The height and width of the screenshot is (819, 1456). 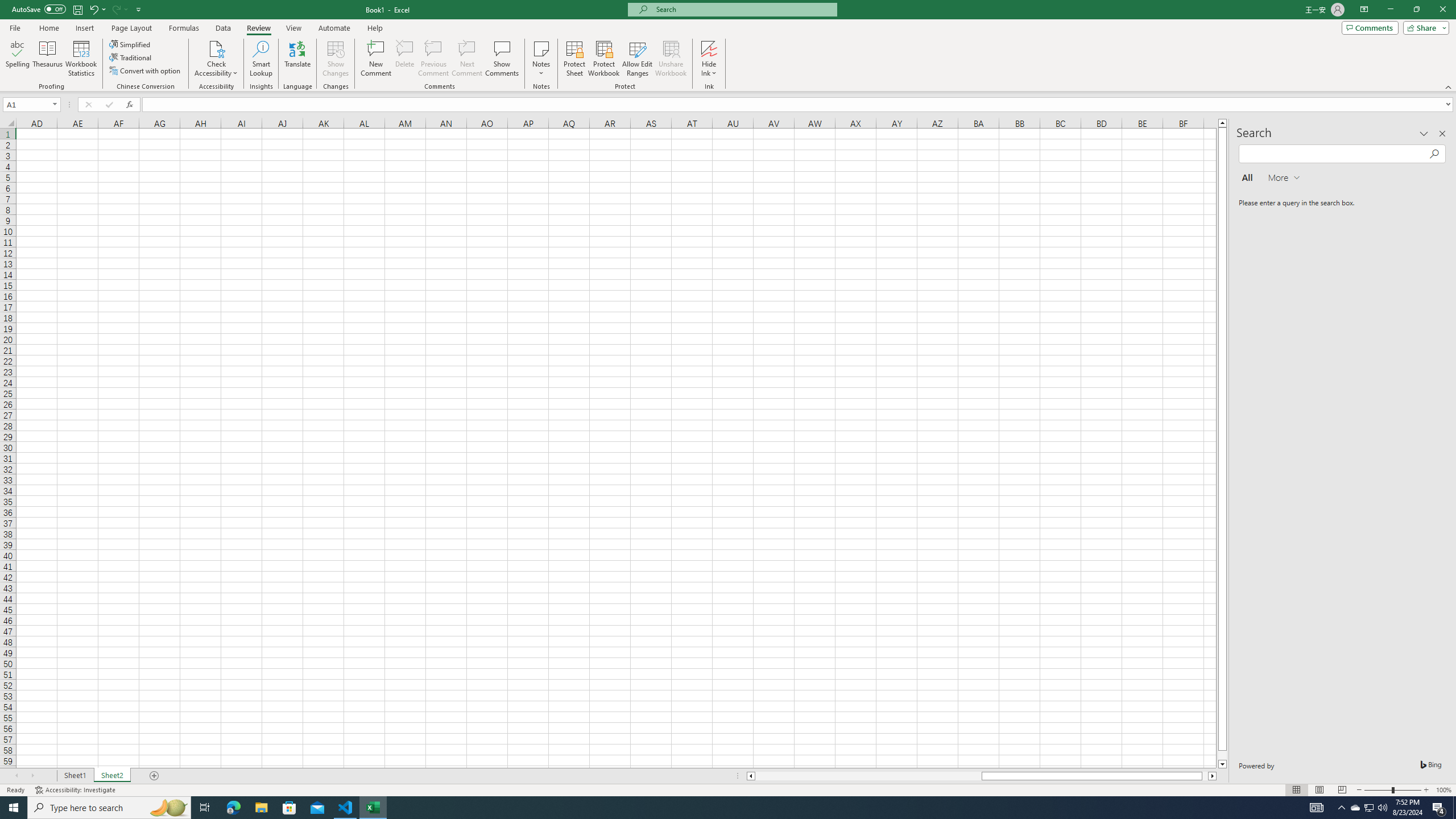 What do you see at coordinates (111, 775) in the screenshot?
I see `'Sheet2'` at bounding box center [111, 775].